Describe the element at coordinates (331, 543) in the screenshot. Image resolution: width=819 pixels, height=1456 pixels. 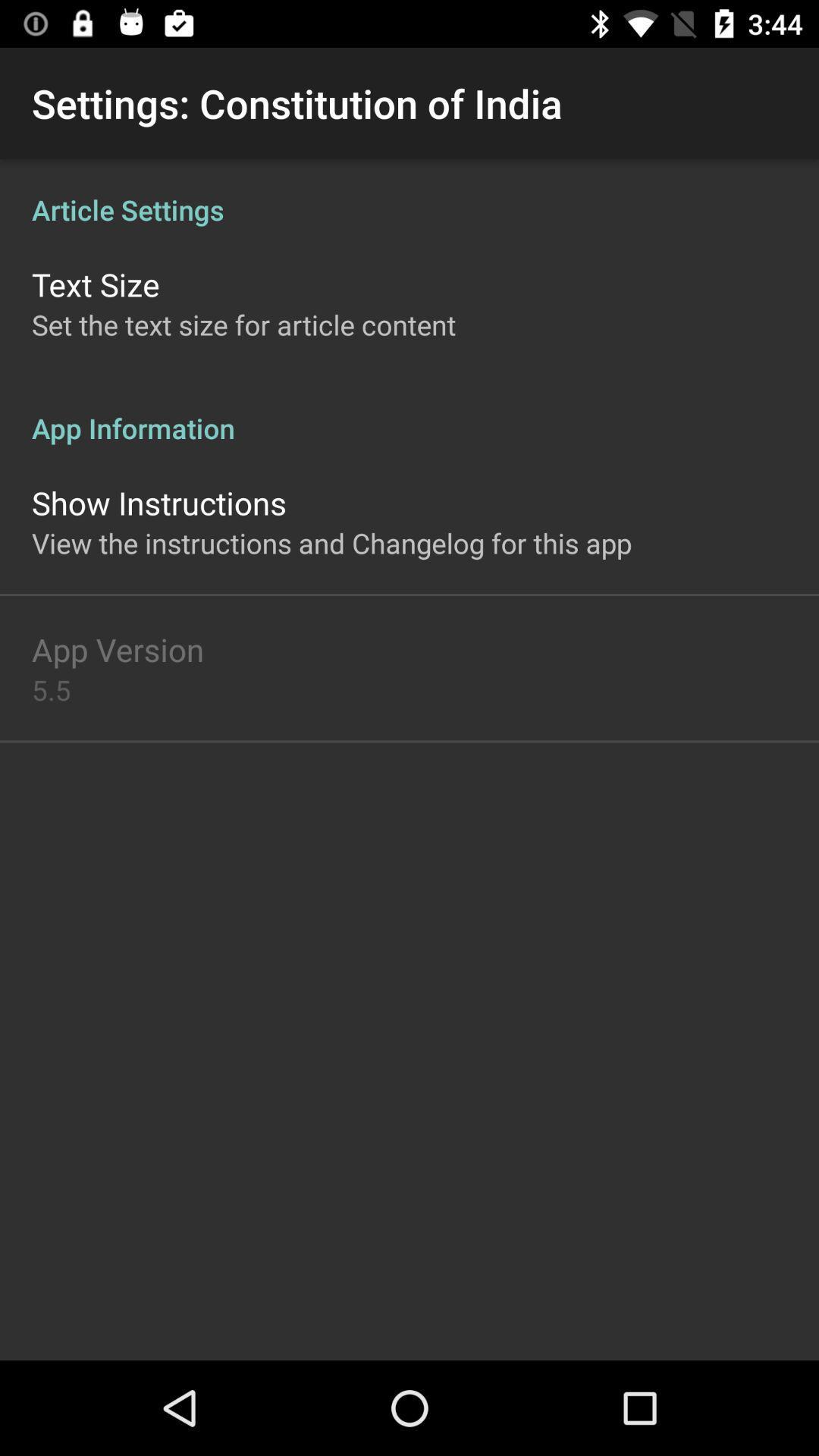
I see `app at the center` at that location.